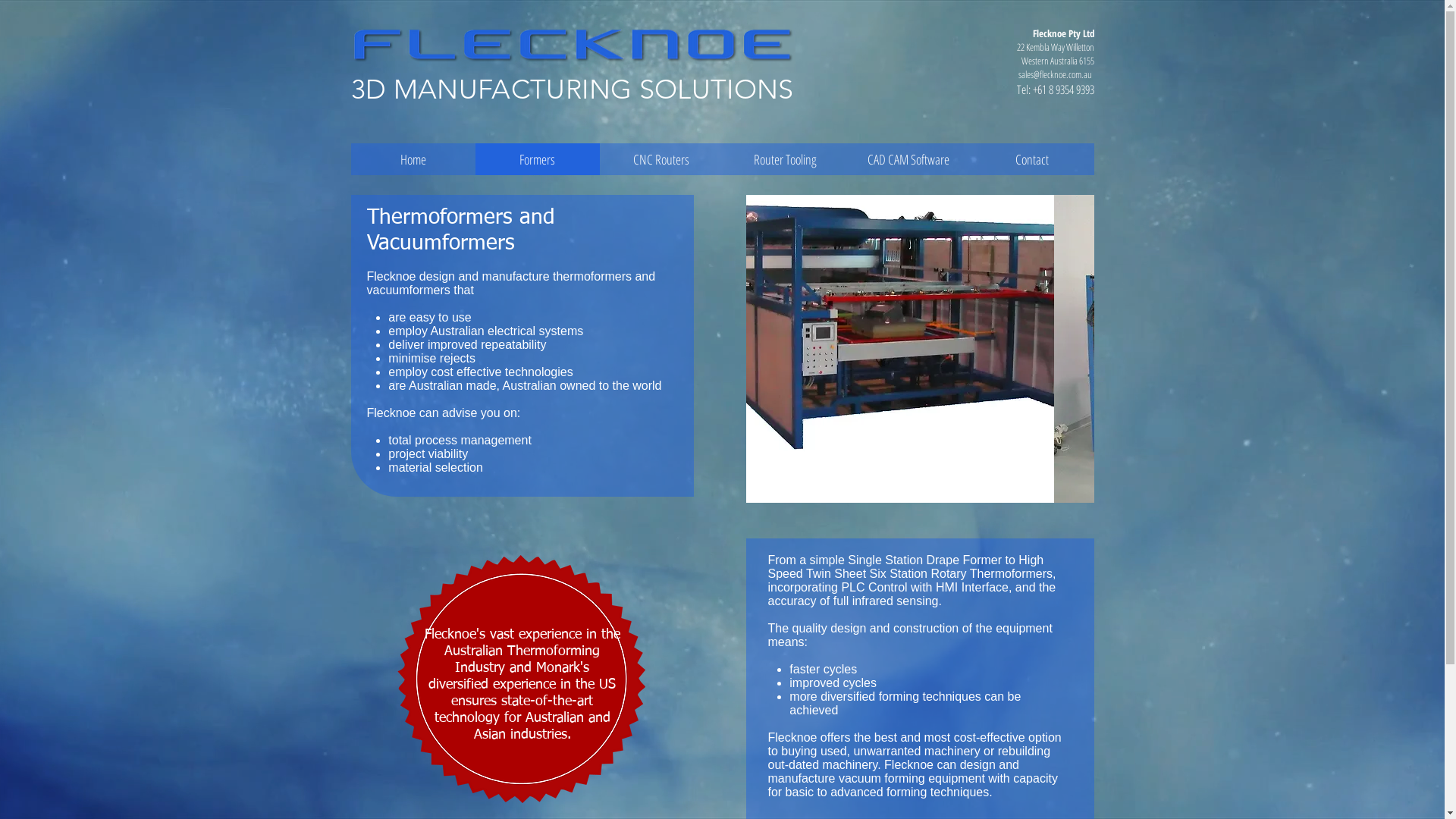 Image resolution: width=1456 pixels, height=819 pixels. I want to click on 'Formers', so click(537, 158).